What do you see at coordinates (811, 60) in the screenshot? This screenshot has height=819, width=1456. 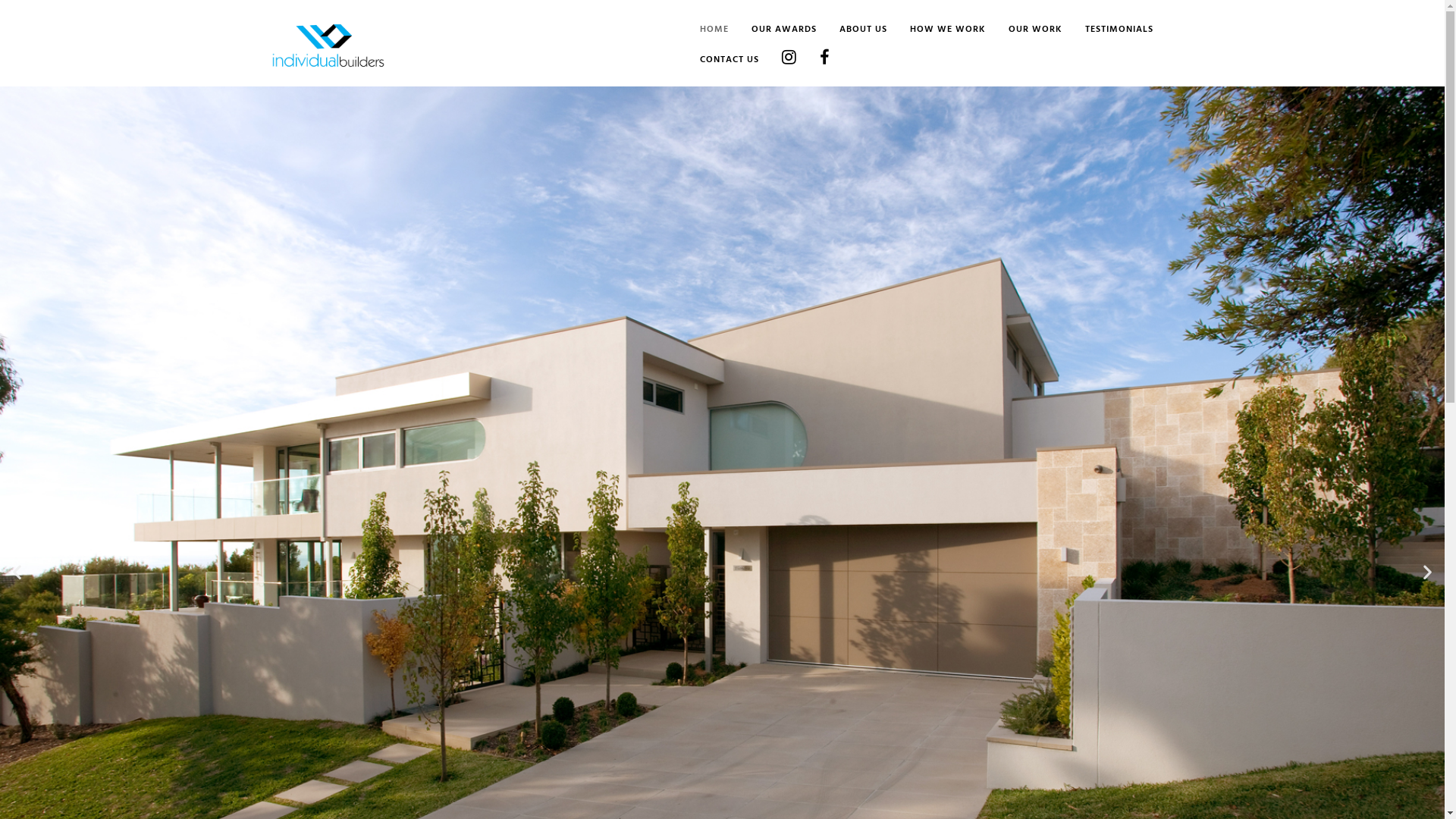 I see `'FACEBOOK'` at bounding box center [811, 60].